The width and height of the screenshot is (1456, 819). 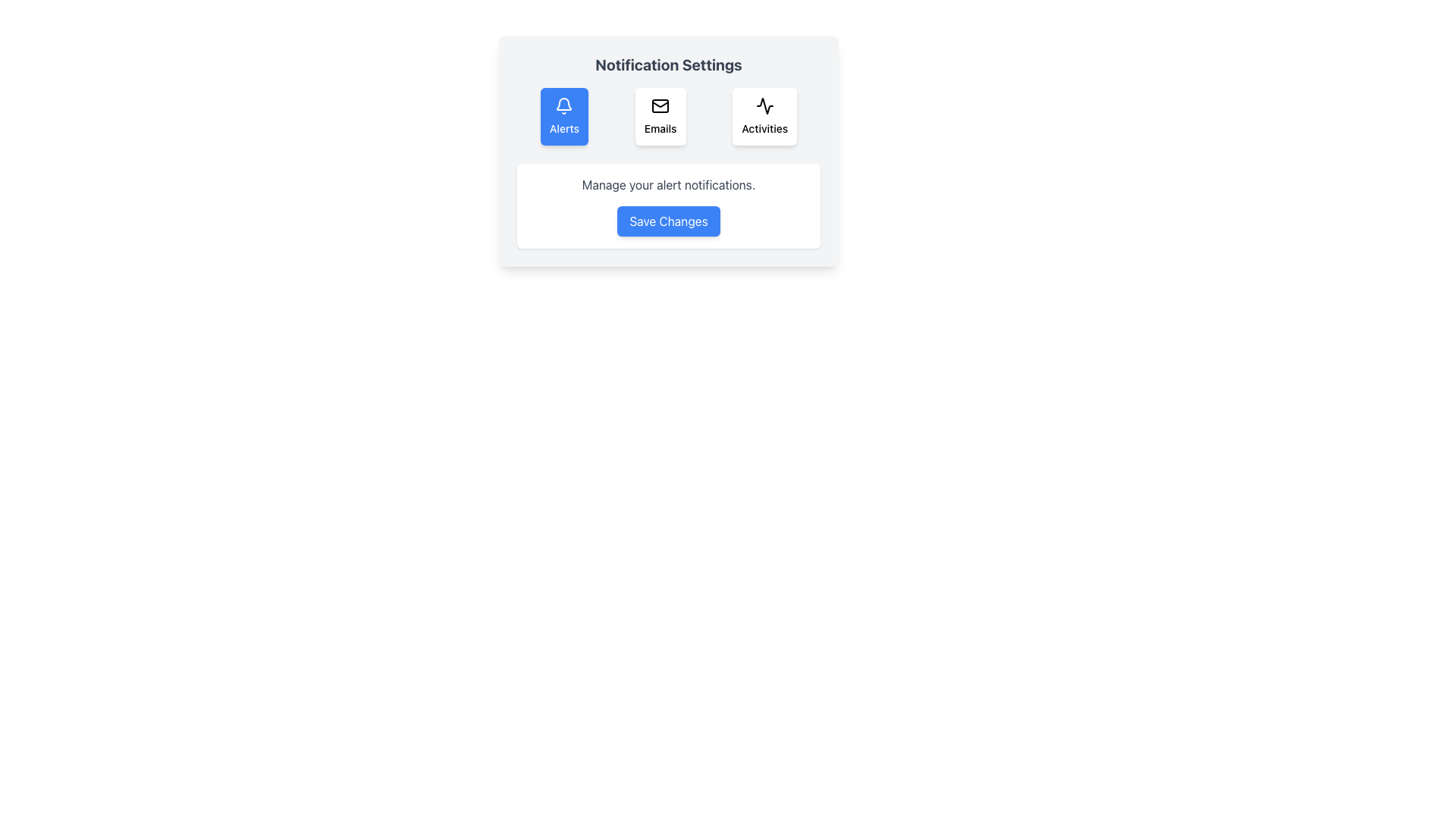 What do you see at coordinates (668, 184) in the screenshot?
I see `the Text Label that provides explanatory information about alert notifications, located under the 'Notification Settings' heading, above the 'Save Changes' button` at bounding box center [668, 184].